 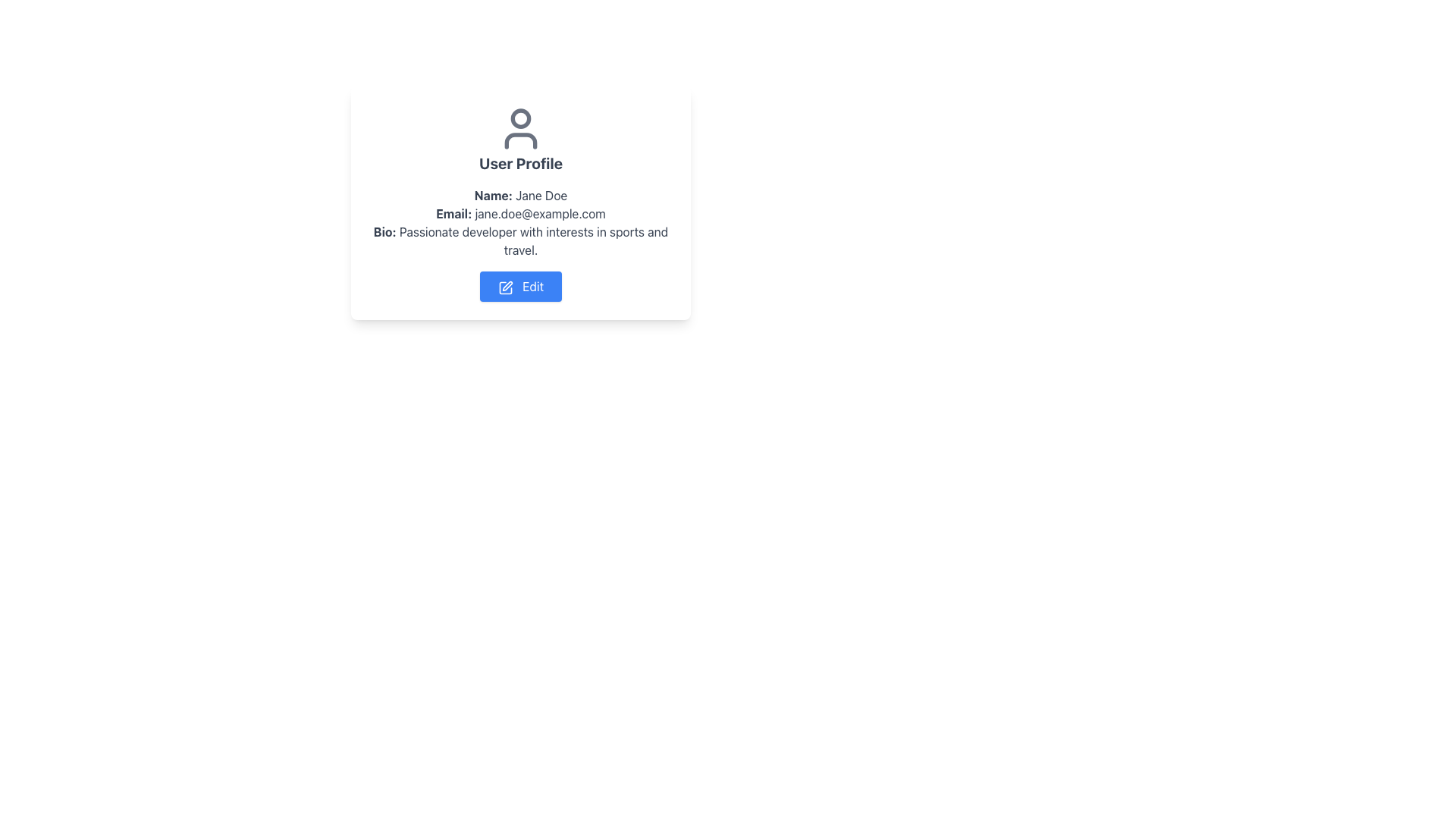 What do you see at coordinates (520, 195) in the screenshot?
I see `the text label displaying 'Name: Jane Doe', which is styled in gray and positioned below the 'User Profile' title in the profile content area` at bounding box center [520, 195].